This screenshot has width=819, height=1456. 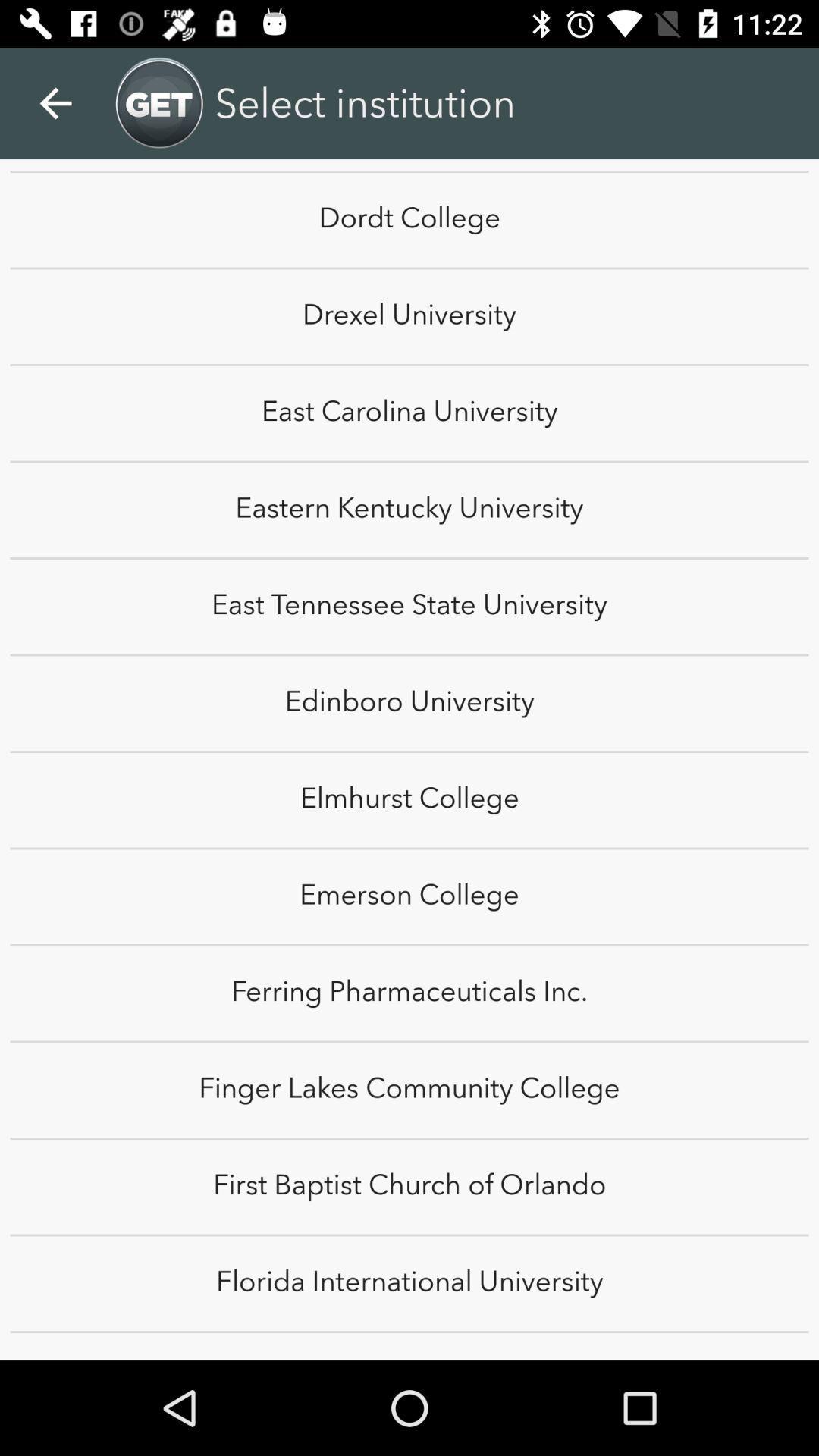 I want to click on the item above the dordt college item, so click(x=779, y=86).